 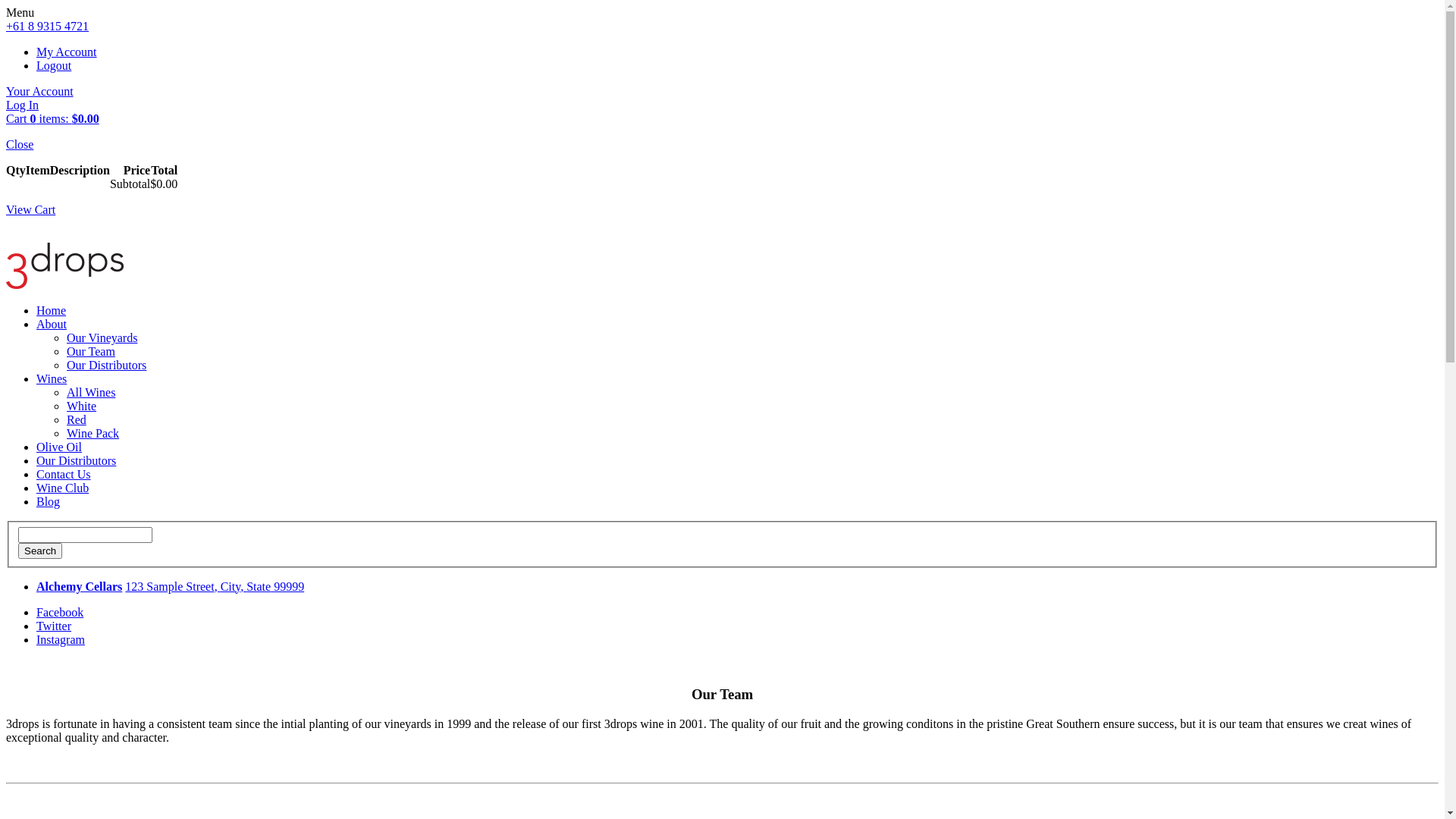 What do you see at coordinates (22, 104) in the screenshot?
I see `'Log In'` at bounding box center [22, 104].